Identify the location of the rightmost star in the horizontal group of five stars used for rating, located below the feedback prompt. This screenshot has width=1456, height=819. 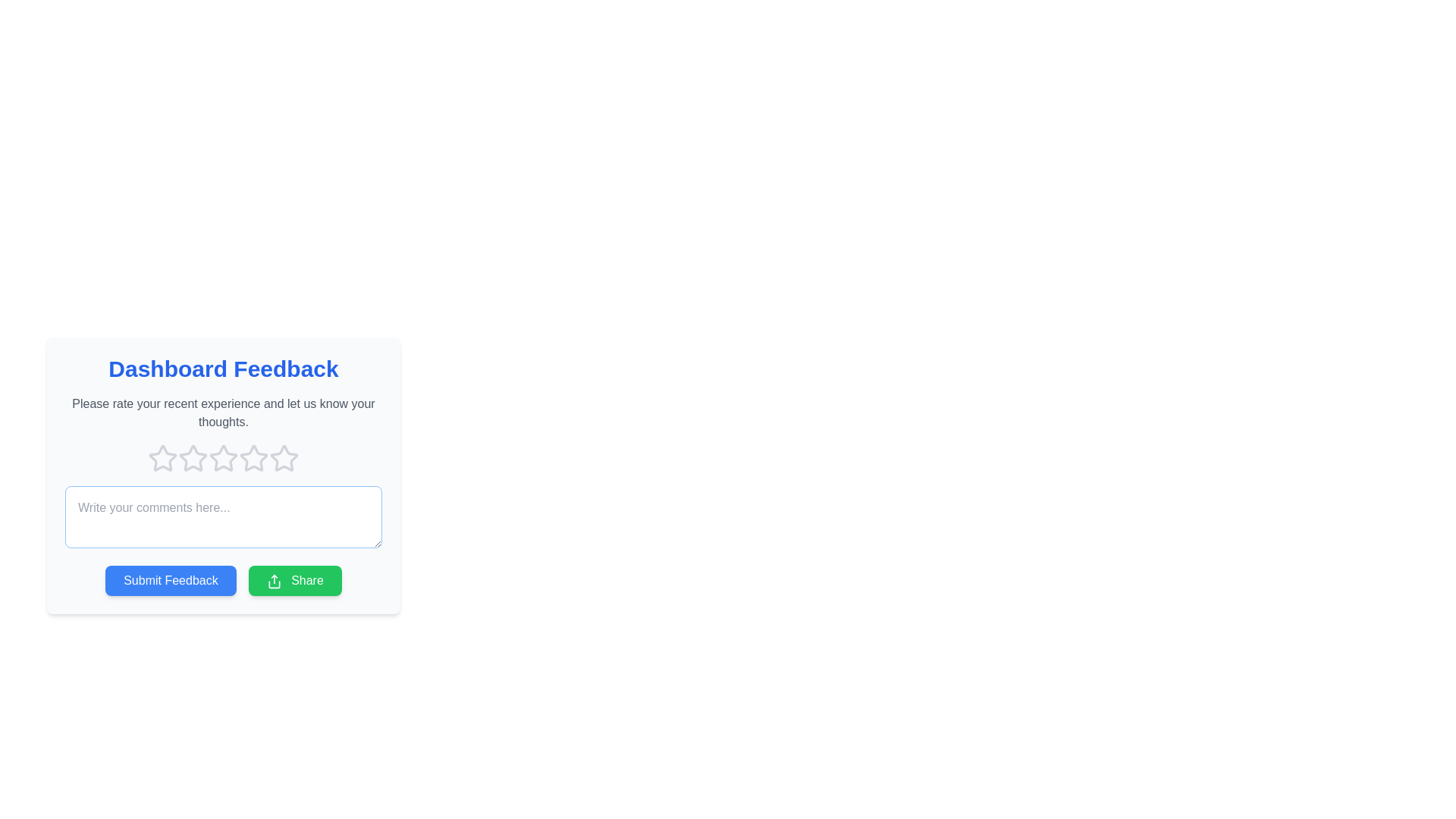
(284, 457).